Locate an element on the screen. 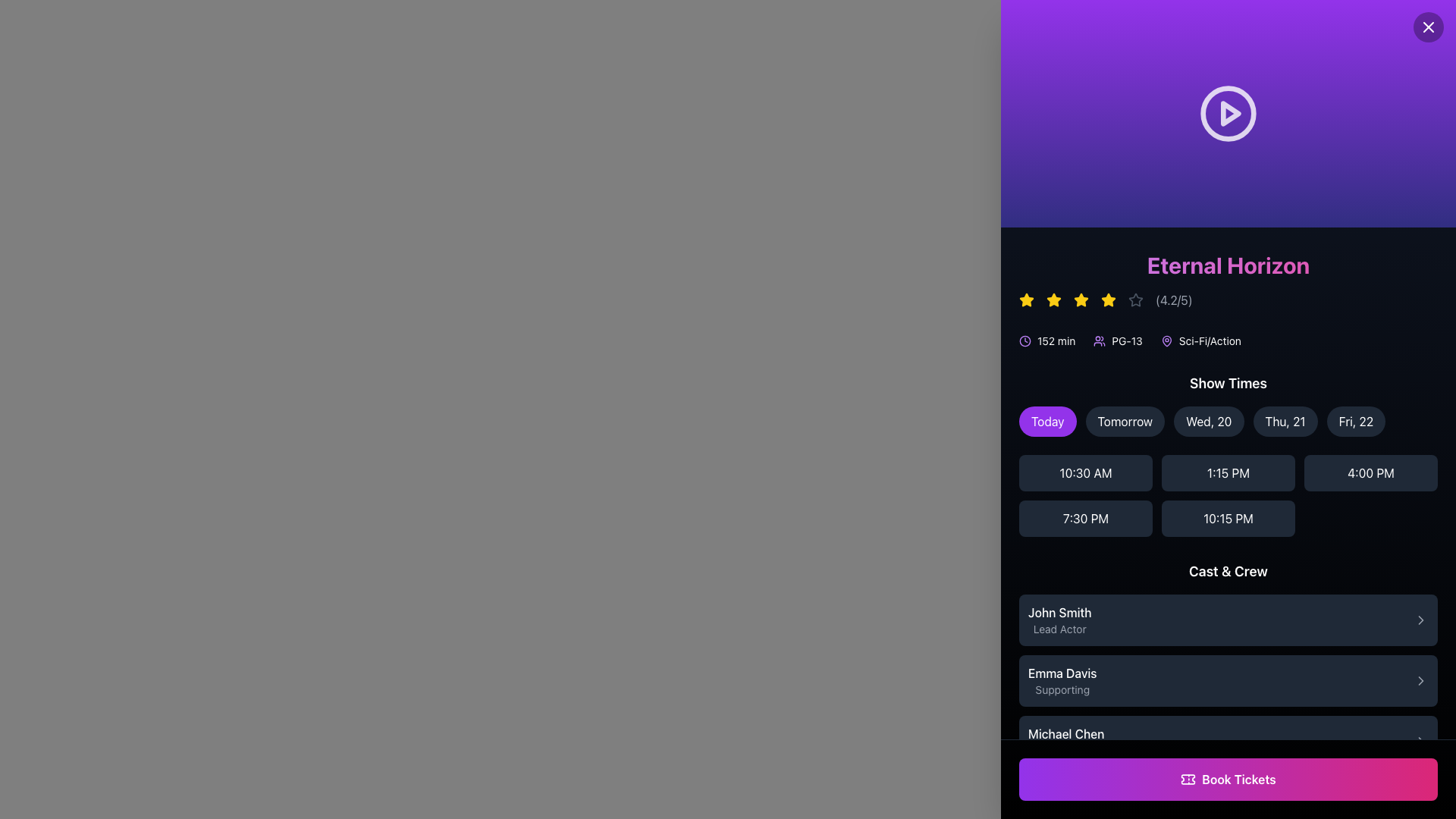 Image resolution: width=1456 pixels, height=819 pixels. the small text component displaying the word 'Supporting', which is a supporting label for 'Emma Davis' located in the 'Cast & Crew' section is located at coordinates (1062, 690).